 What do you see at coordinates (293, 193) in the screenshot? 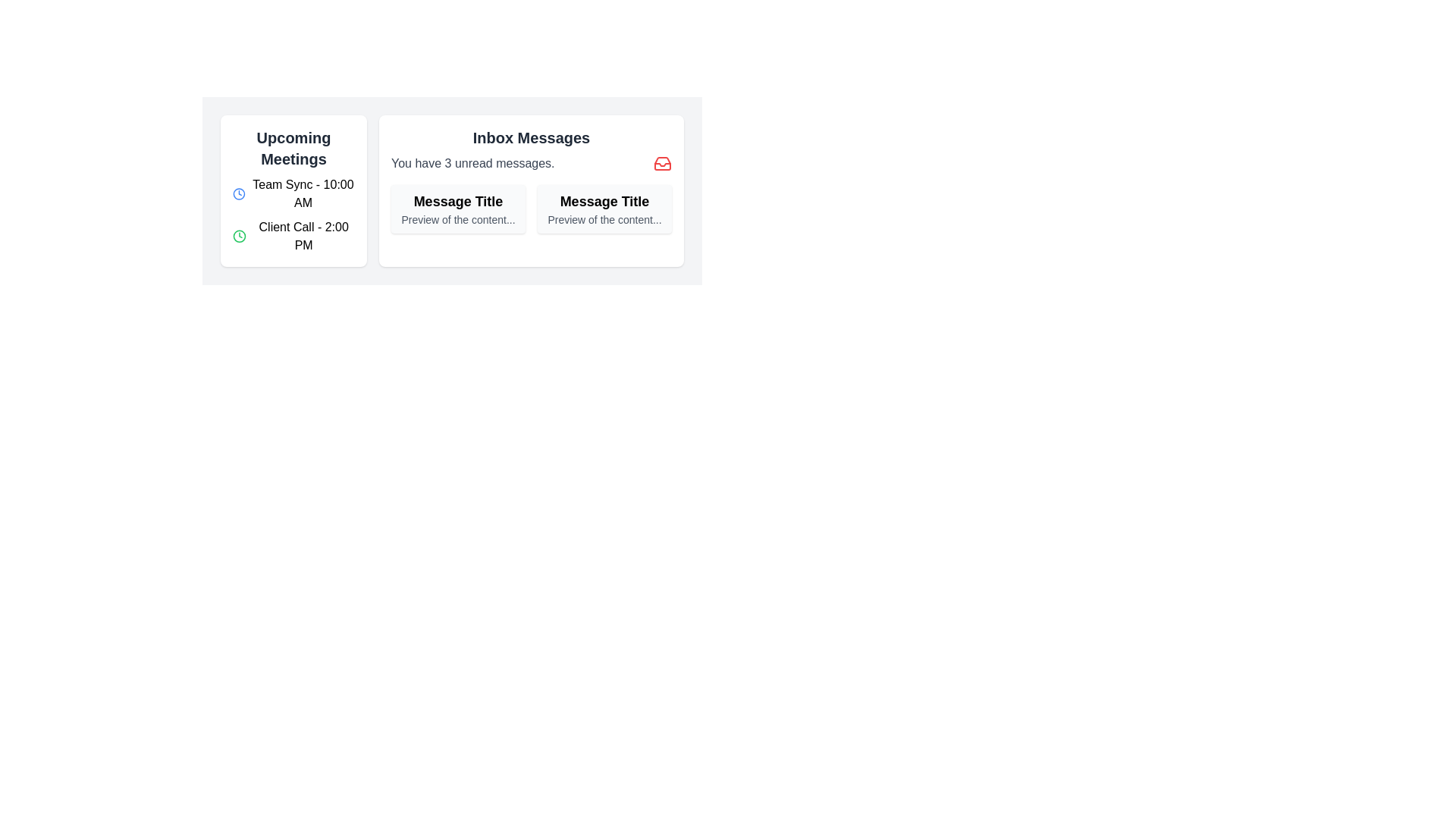
I see `the meeting details displayed as 'Team Sync - 10:00 AM' with a blue clock icon on the left, located at the top of the 'Upcoming Meetings' section` at bounding box center [293, 193].